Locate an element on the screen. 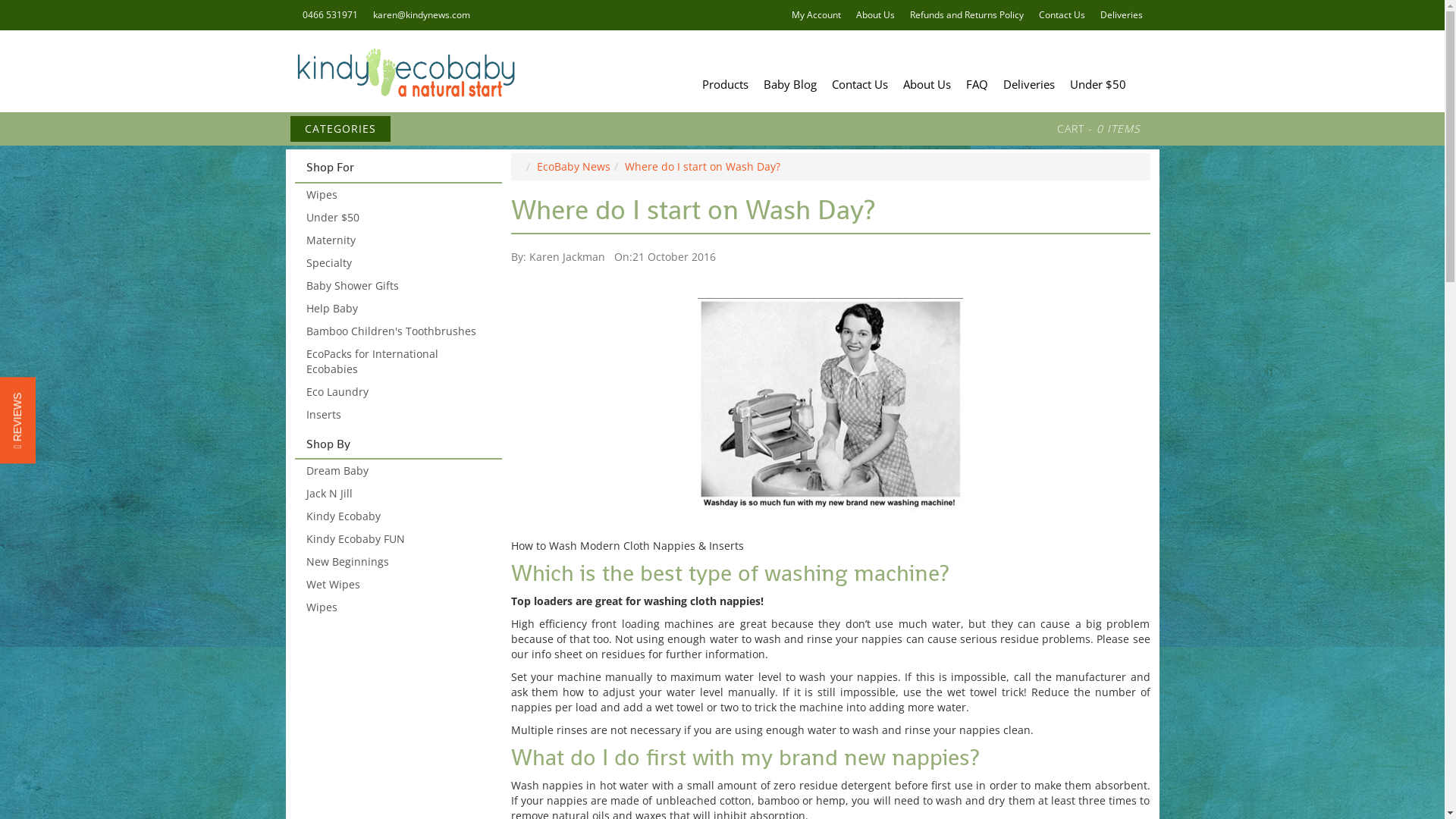  'Kindy Ecobaby' is located at coordinates (403, 71).